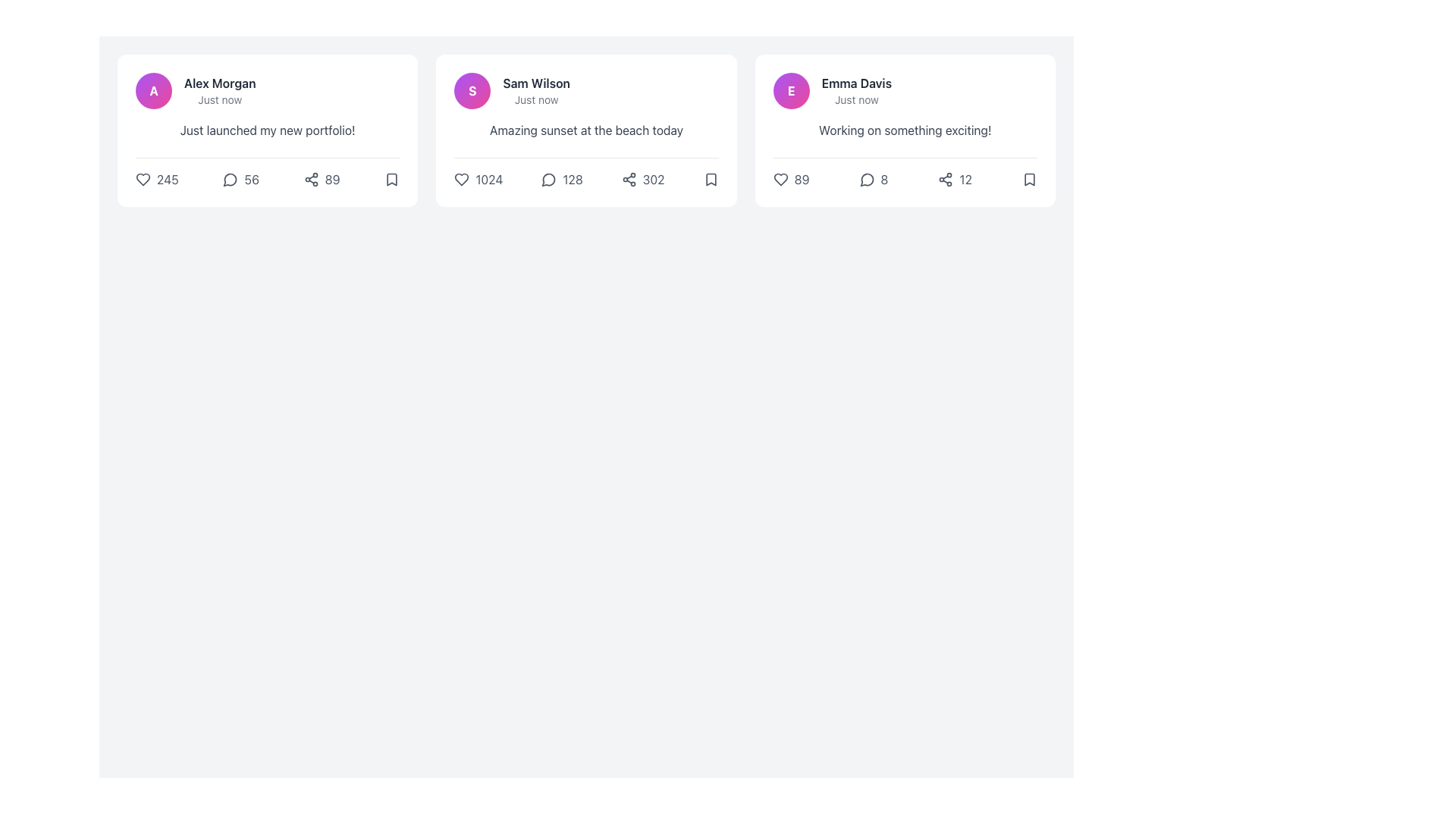 Image resolution: width=1456 pixels, height=819 pixels. I want to click on the heart-shaped icon indicating 'like' or 'favorite' functionality, located in the second card of a three-card layout, so click(461, 178).